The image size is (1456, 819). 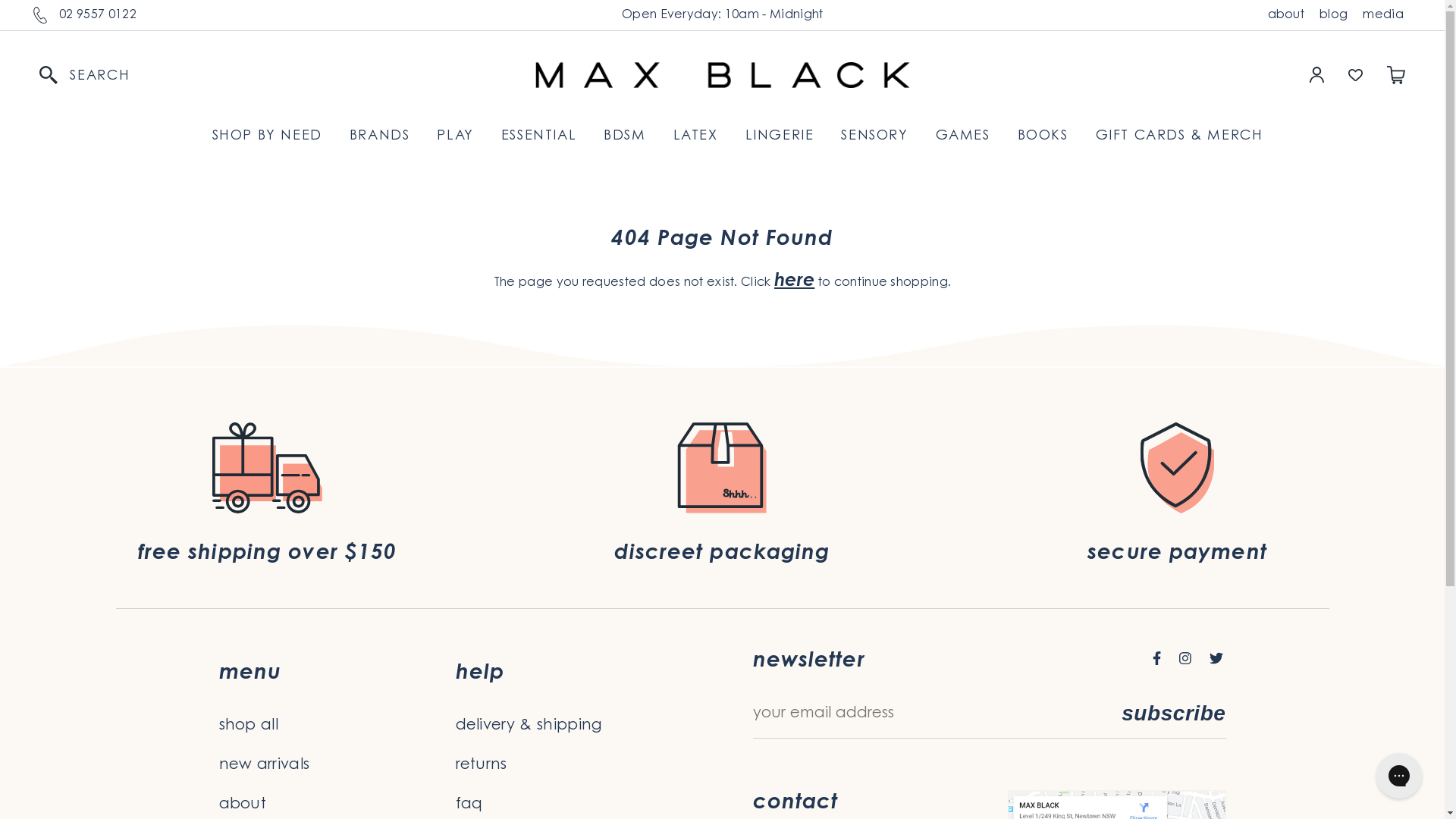 I want to click on 'BDSM', so click(x=624, y=136).